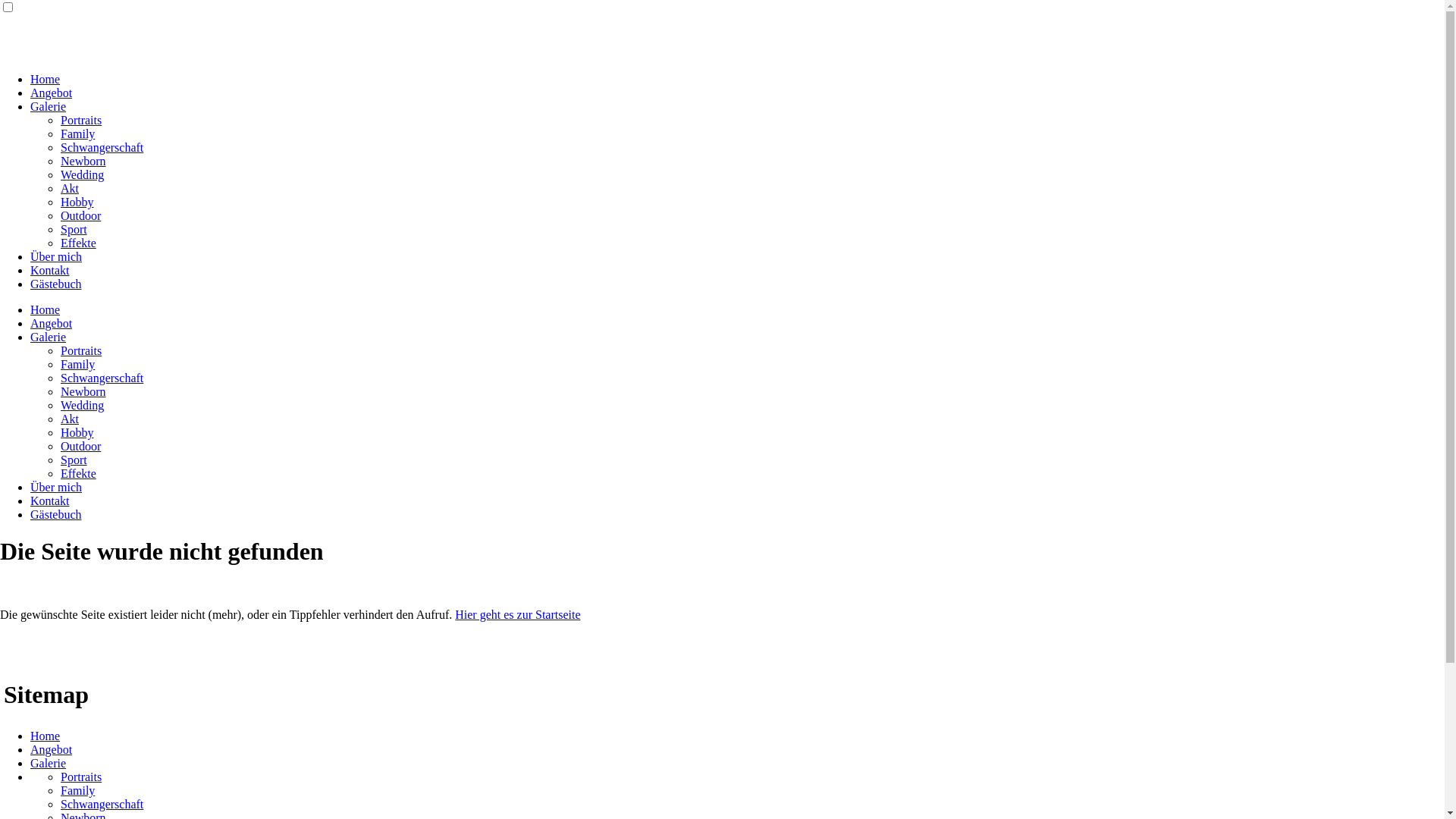 Image resolution: width=1456 pixels, height=819 pixels. Describe the element at coordinates (48, 105) in the screenshot. I see `'Galerie'` at that location.